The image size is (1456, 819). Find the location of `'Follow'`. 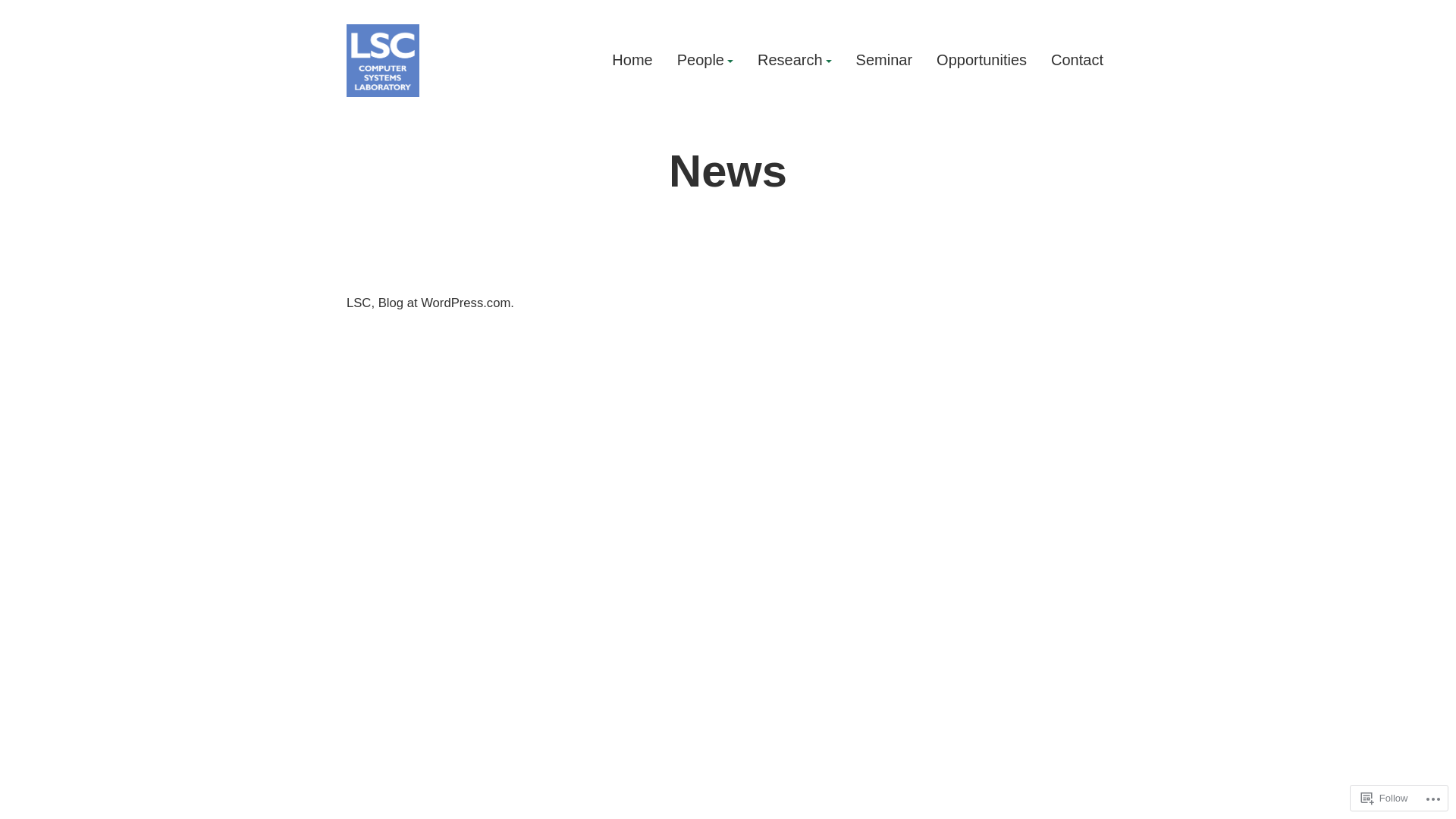

'Follow' is located at coordinates (1384, 797).